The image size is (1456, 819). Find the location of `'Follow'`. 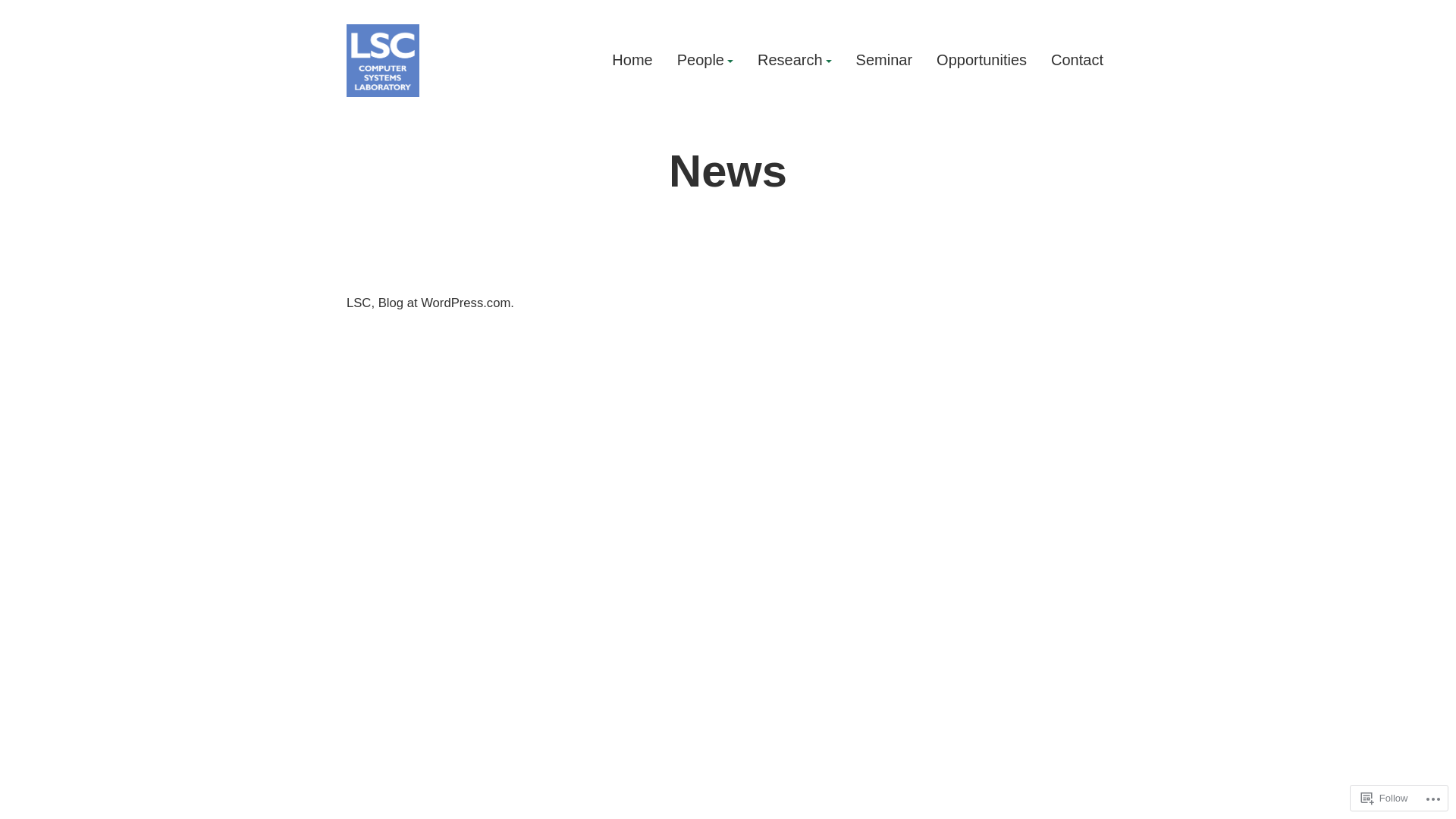

'Follow' is located at coordinates (1384, 797).